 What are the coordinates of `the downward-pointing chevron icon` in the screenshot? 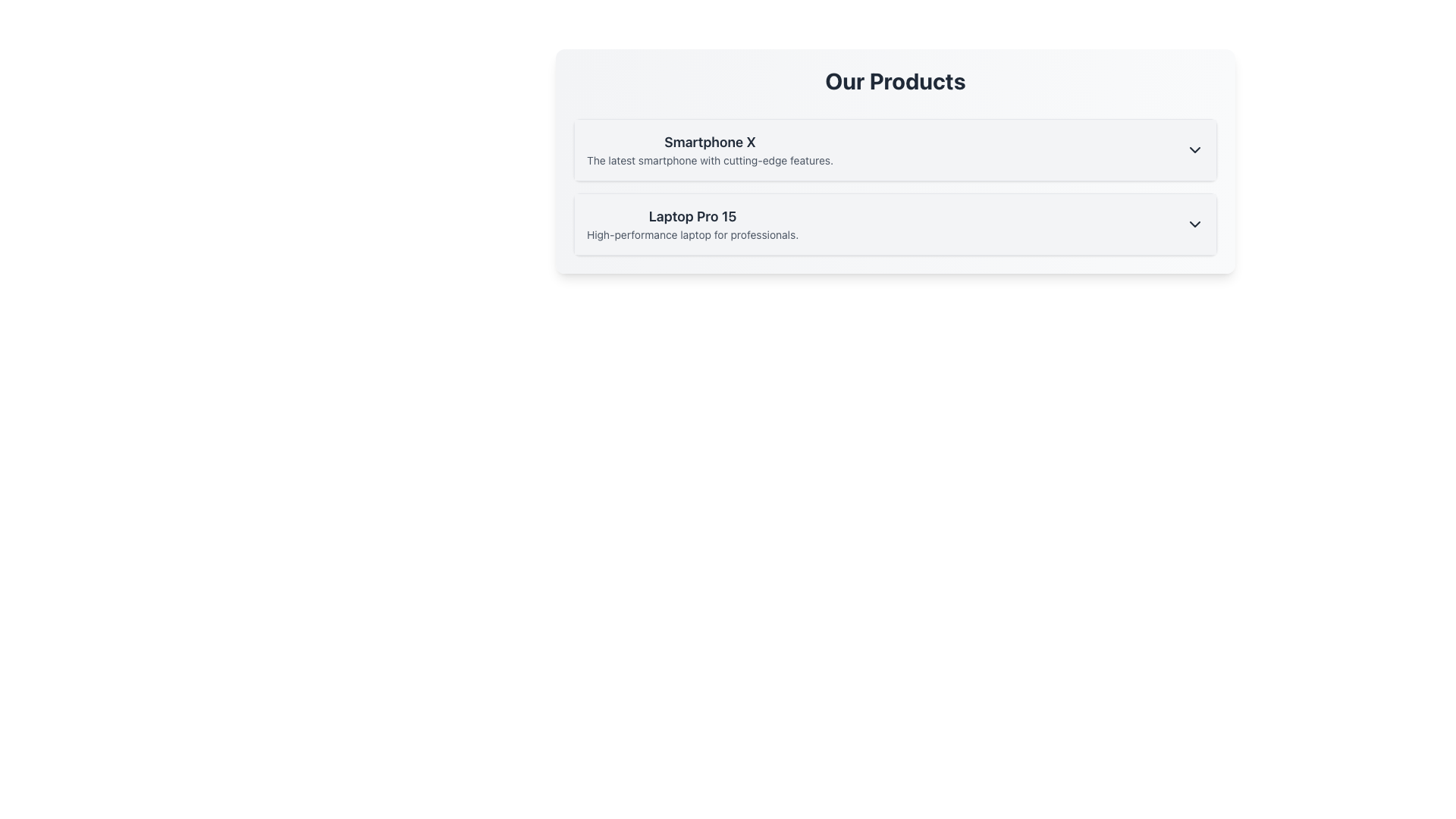 It's located at (1194, 149).